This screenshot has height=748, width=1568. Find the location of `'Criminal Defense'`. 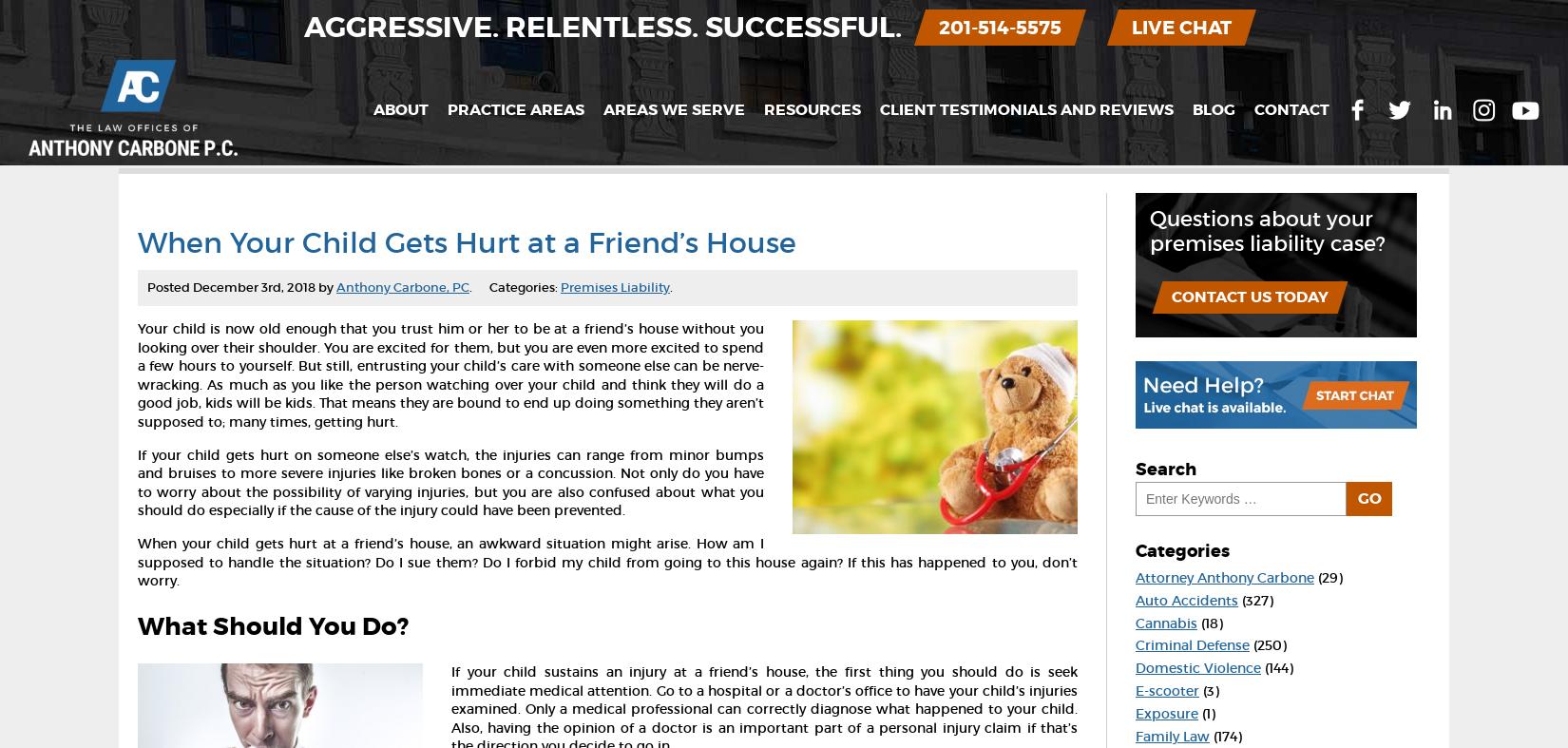

'Criminal Defense' is located at coordinates (1191, 645).